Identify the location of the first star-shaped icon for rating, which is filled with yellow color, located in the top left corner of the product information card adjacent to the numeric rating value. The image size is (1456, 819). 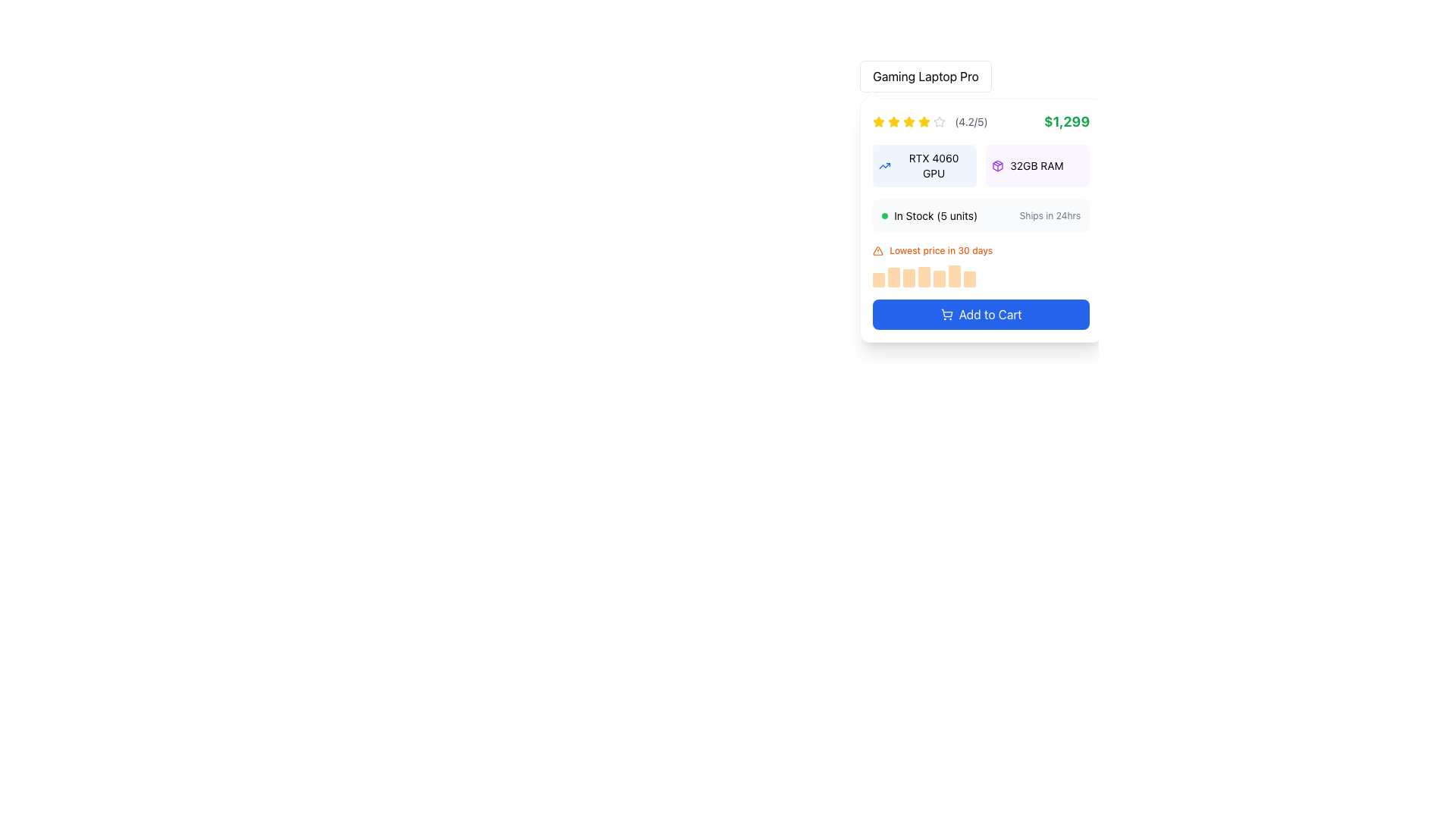
(894, 121).